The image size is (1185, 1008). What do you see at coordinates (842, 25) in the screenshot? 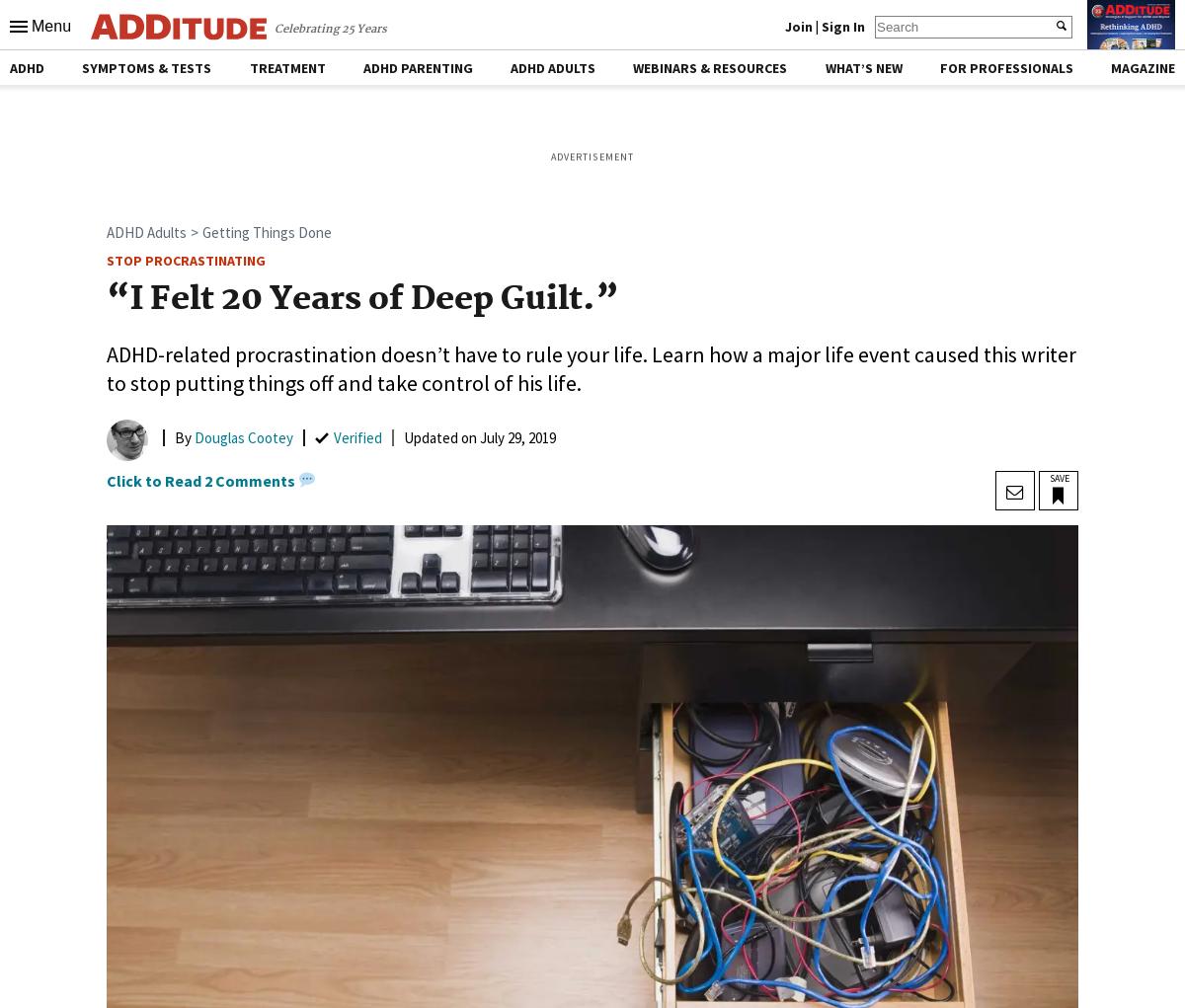
I see `'Sign In'` at bounding box center [842, 25].